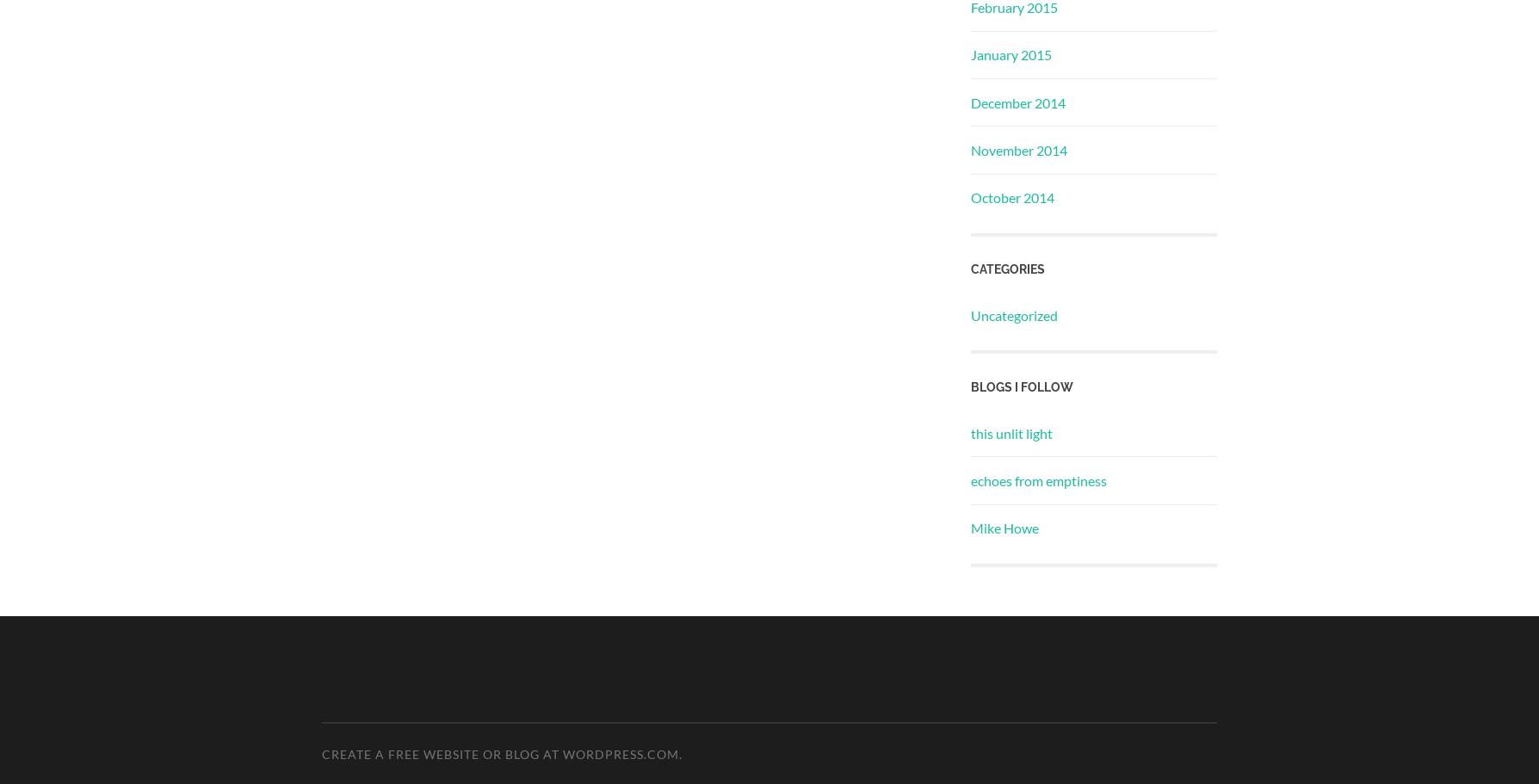 This screenshot has height=784, width=1539. What do you see at coordinates (1011, 53) in the screenshot?
I see `'January 2015'` at bounding box center [1011, 53].